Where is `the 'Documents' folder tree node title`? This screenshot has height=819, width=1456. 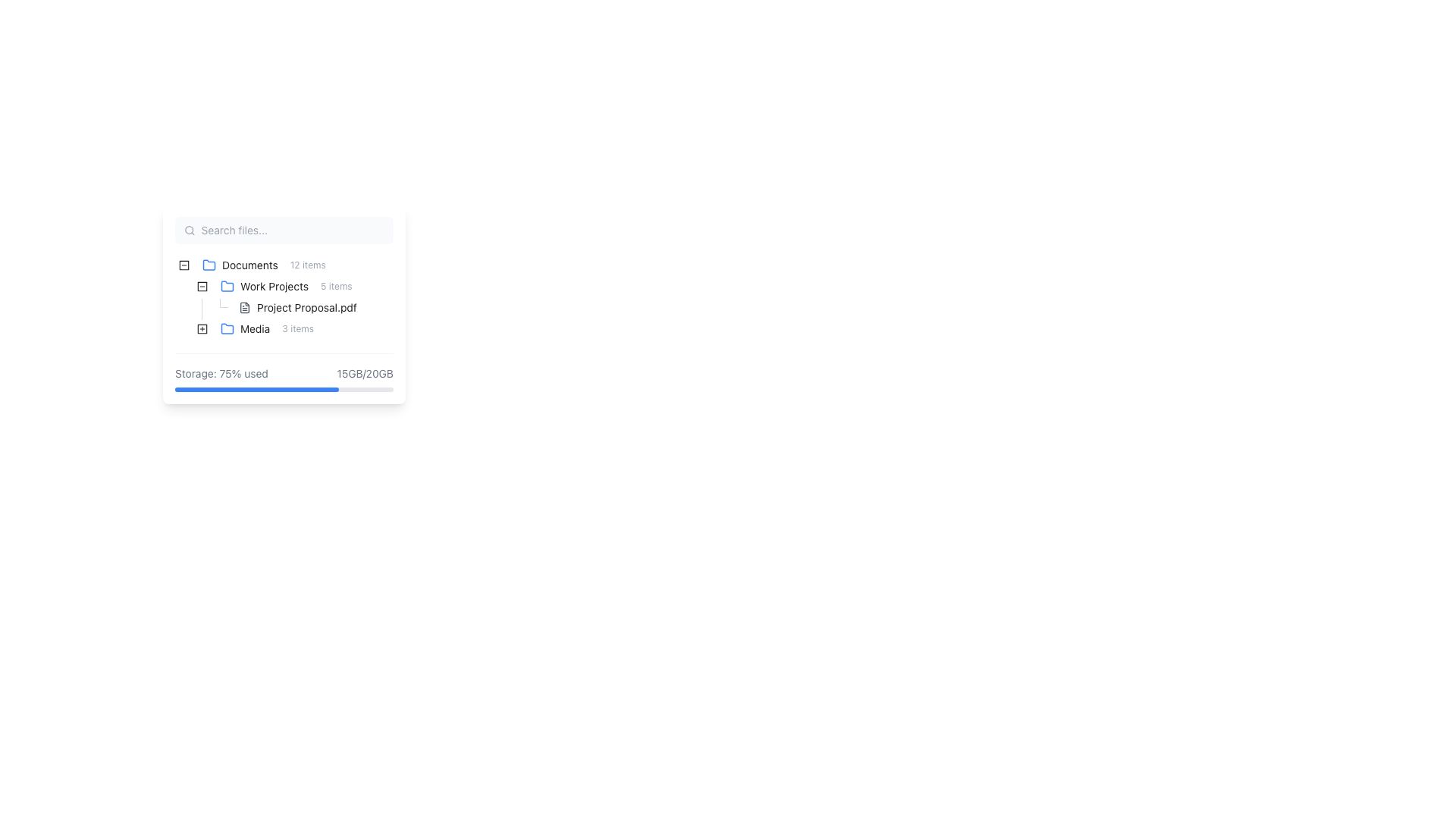 the 'Documents' folder tree node title is located at coordinates (264, 265).